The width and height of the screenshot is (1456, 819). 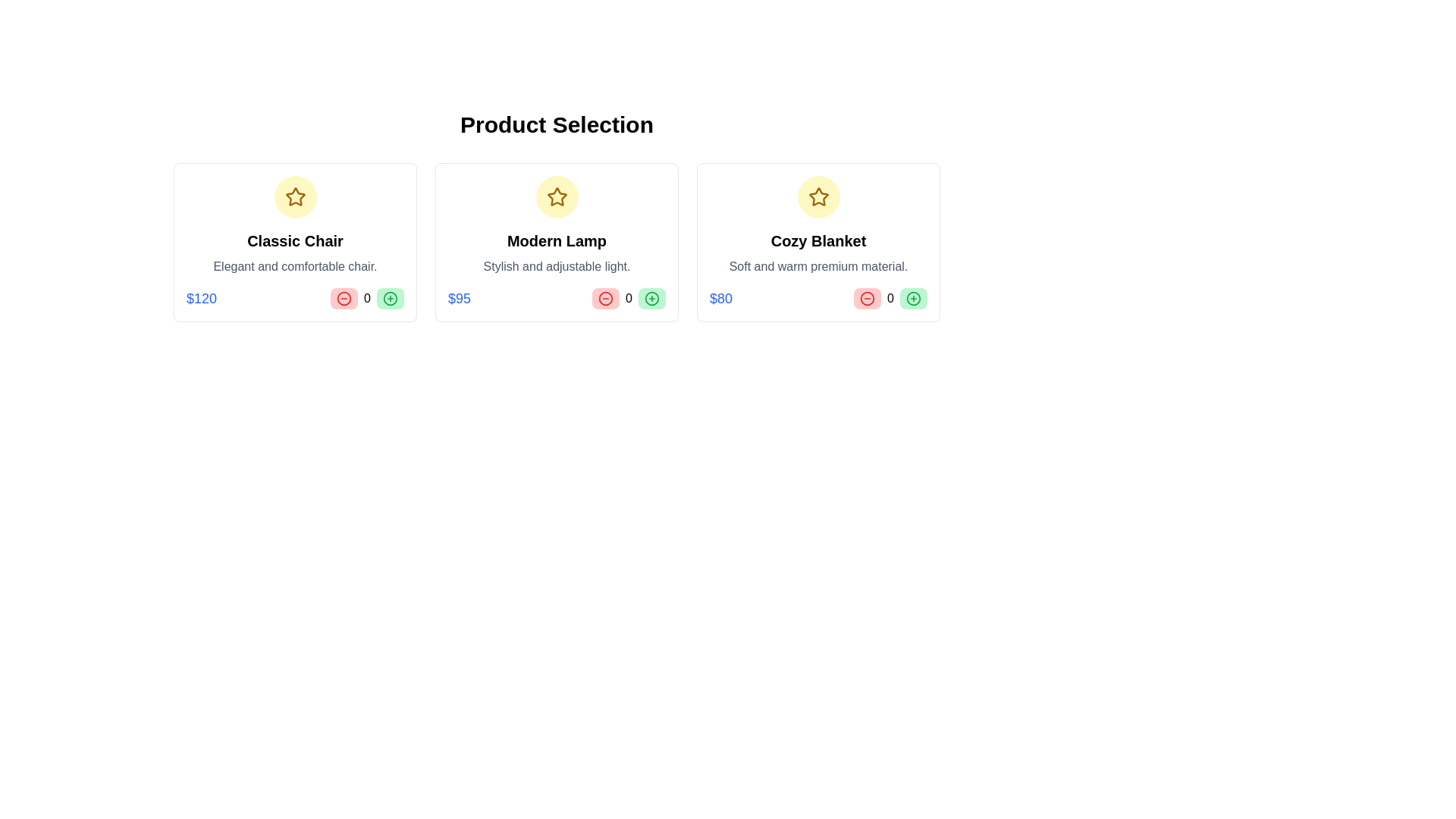 I want to click on the button located at the bottom-right corner of the 'Classic Chair' card, so click(x=390, y=298).